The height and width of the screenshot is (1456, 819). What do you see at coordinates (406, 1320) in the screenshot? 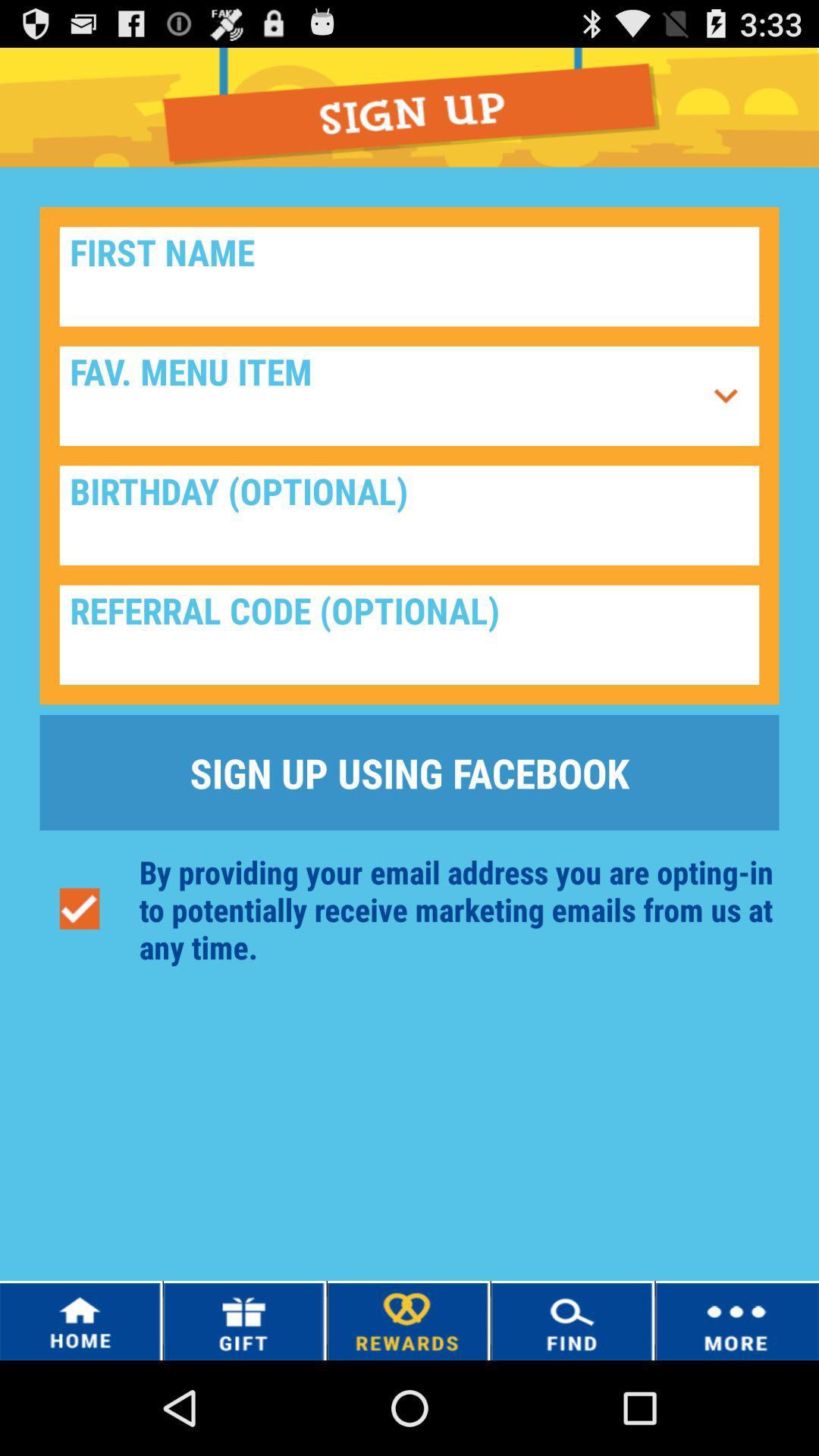
I see `rewards` at bounding box center [406, 1320].